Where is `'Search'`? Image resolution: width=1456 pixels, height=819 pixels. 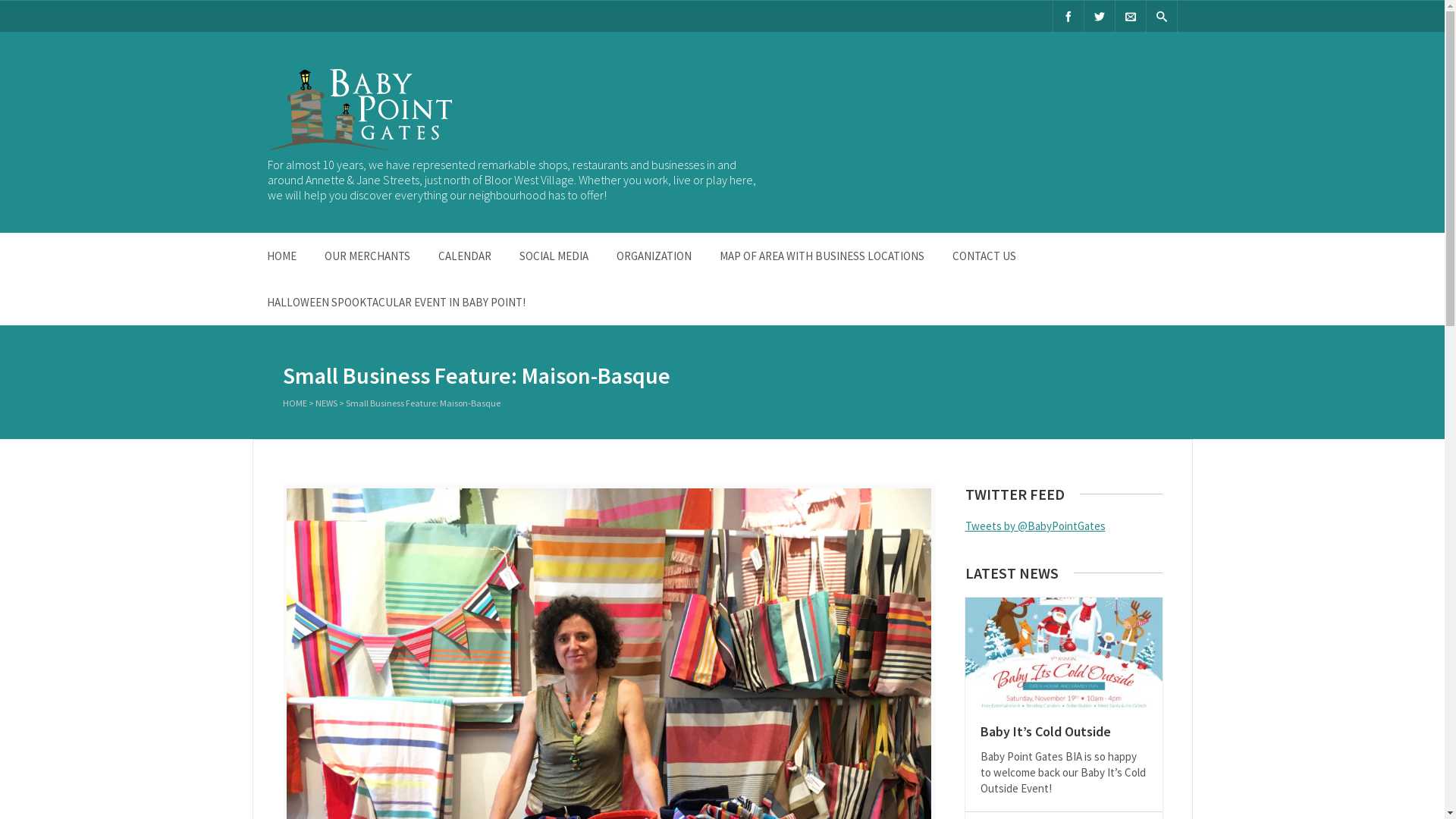 'Search' is located at coordinates (22, 8).